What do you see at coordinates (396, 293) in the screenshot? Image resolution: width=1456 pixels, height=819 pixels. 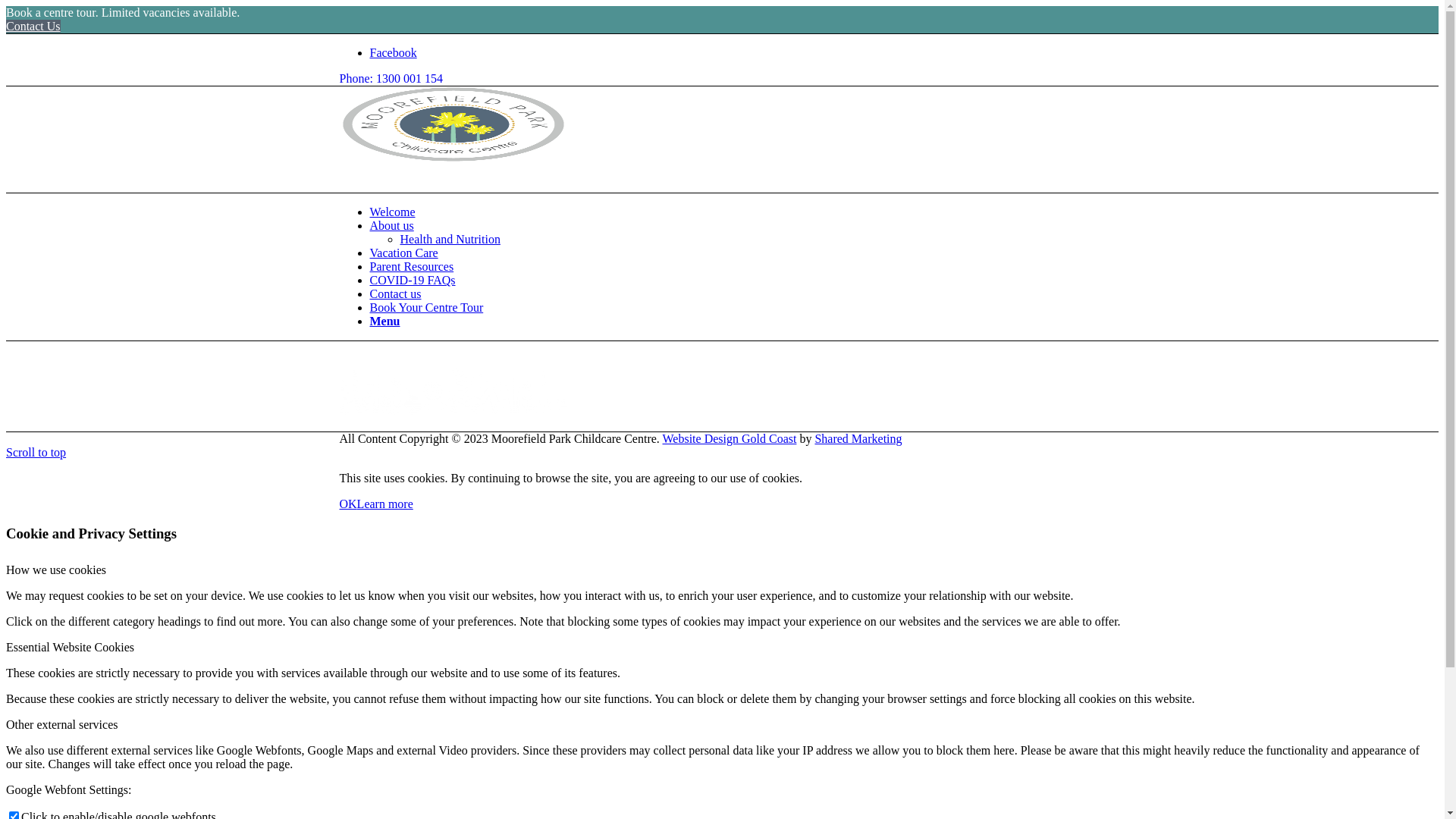 I see `'Contact us'` at bounding box center [396, 293].